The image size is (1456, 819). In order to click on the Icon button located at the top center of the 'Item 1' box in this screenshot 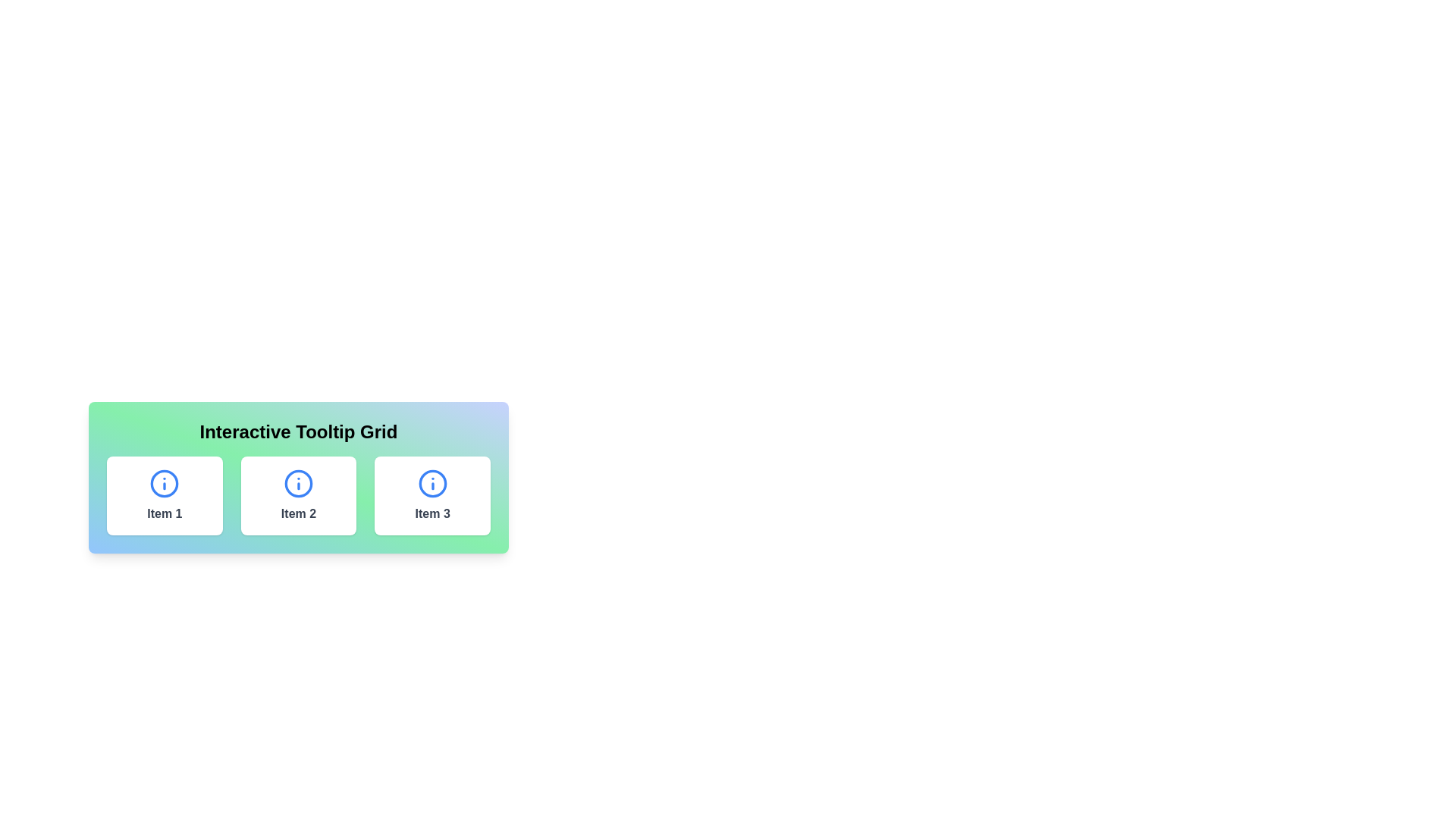, I will do `click(165, 483)`.